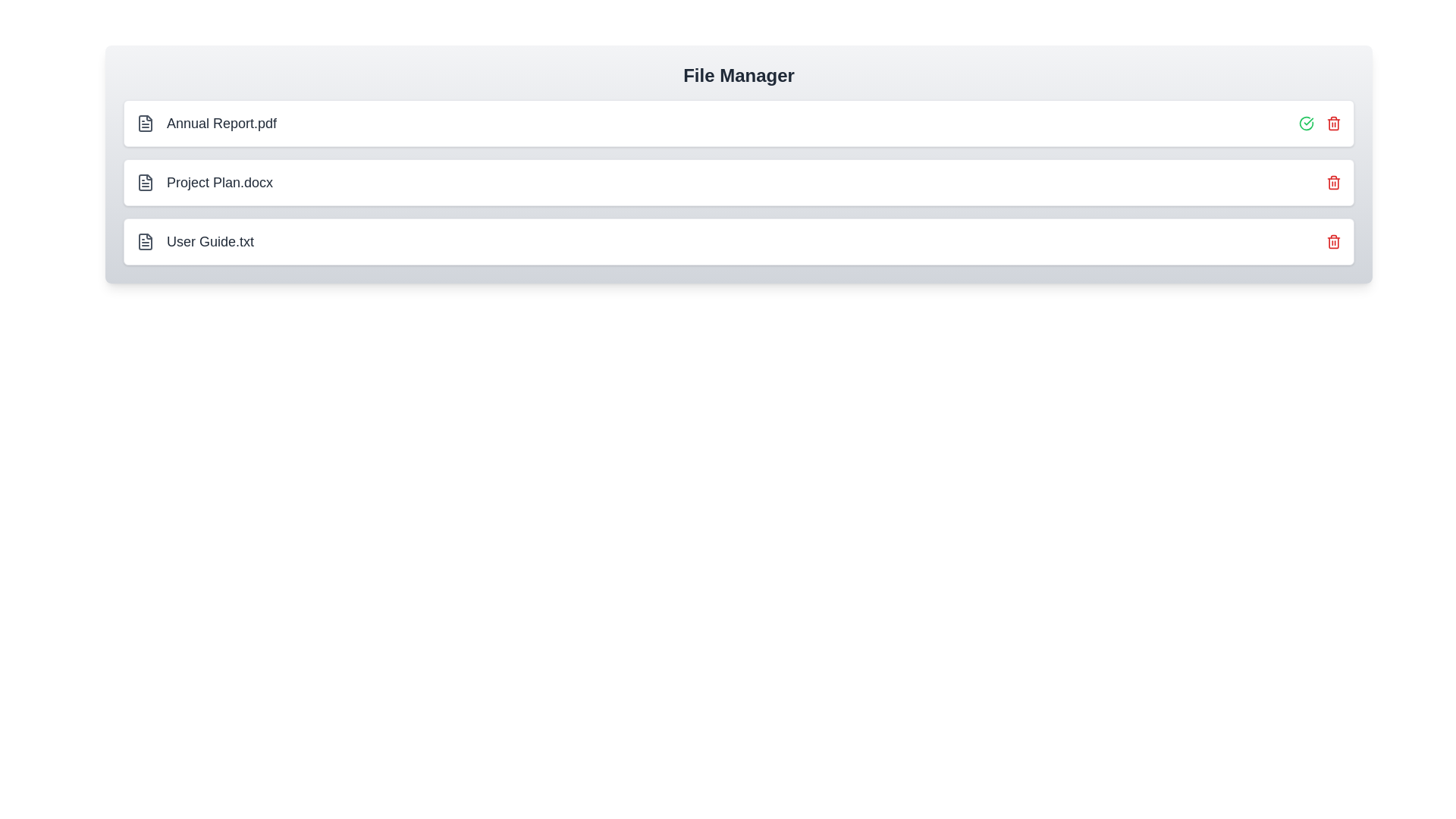  What do you see at coordinates (1332, 183) in the screenshot?
I see `the trash bin outline icon representing the delete action for the file 'Project Plan.docx'` at bounding box center [1332, 183].